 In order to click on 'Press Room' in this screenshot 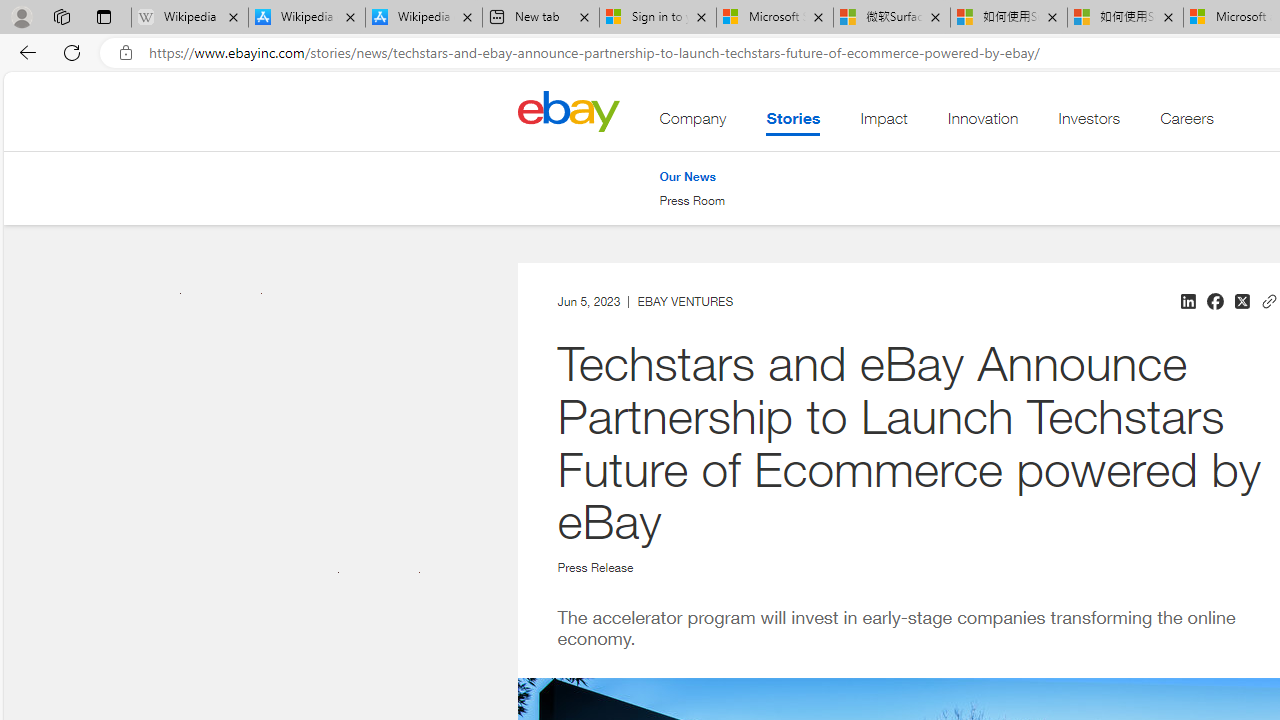, I will do `click(692, 201)`.